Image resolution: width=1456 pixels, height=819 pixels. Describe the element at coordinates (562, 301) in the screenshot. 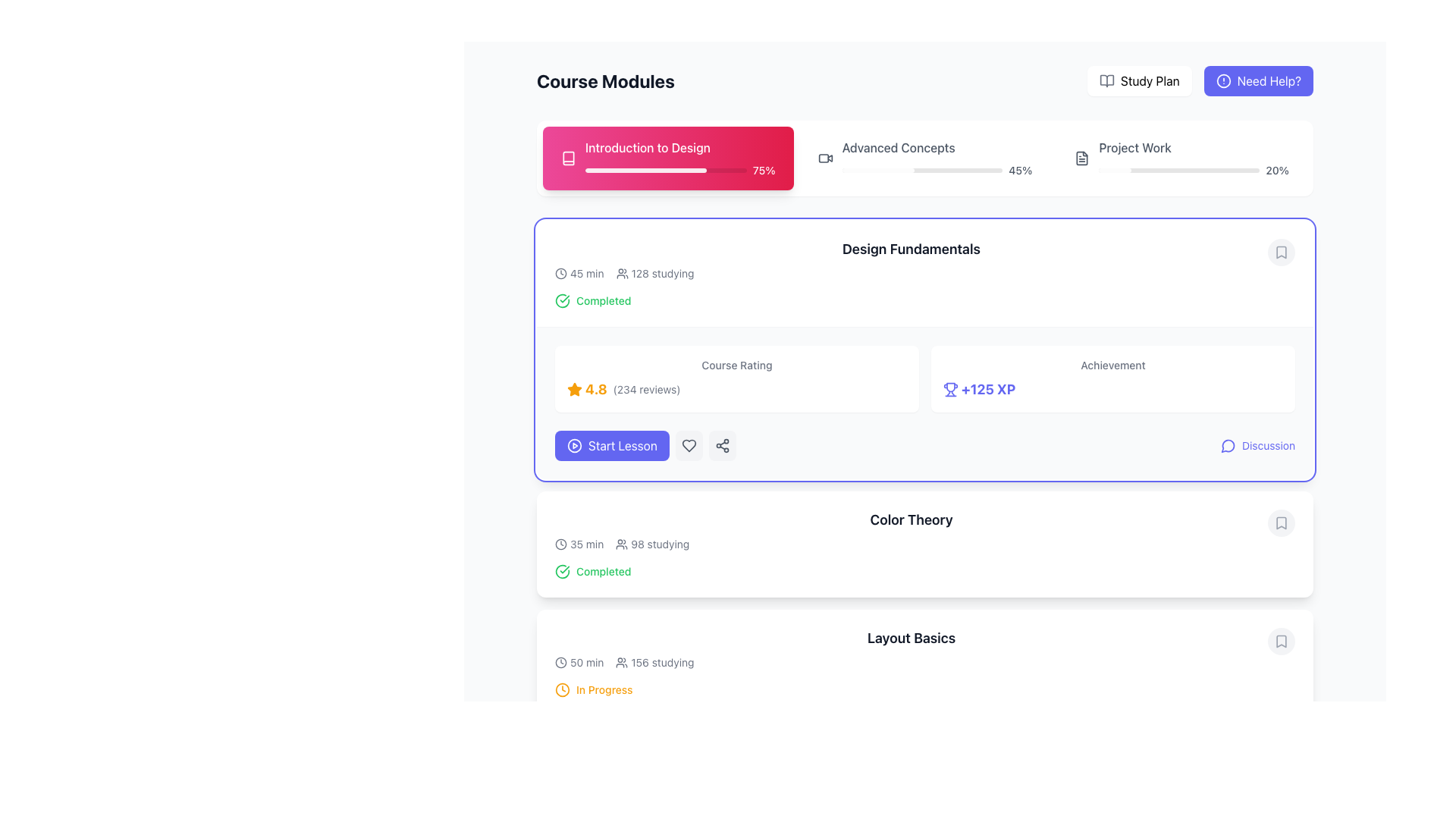

I see `the circular completion status icon with a check mark located to the left of the 'Completed' text in the 'Design Fundamentals' course module section` at that location.